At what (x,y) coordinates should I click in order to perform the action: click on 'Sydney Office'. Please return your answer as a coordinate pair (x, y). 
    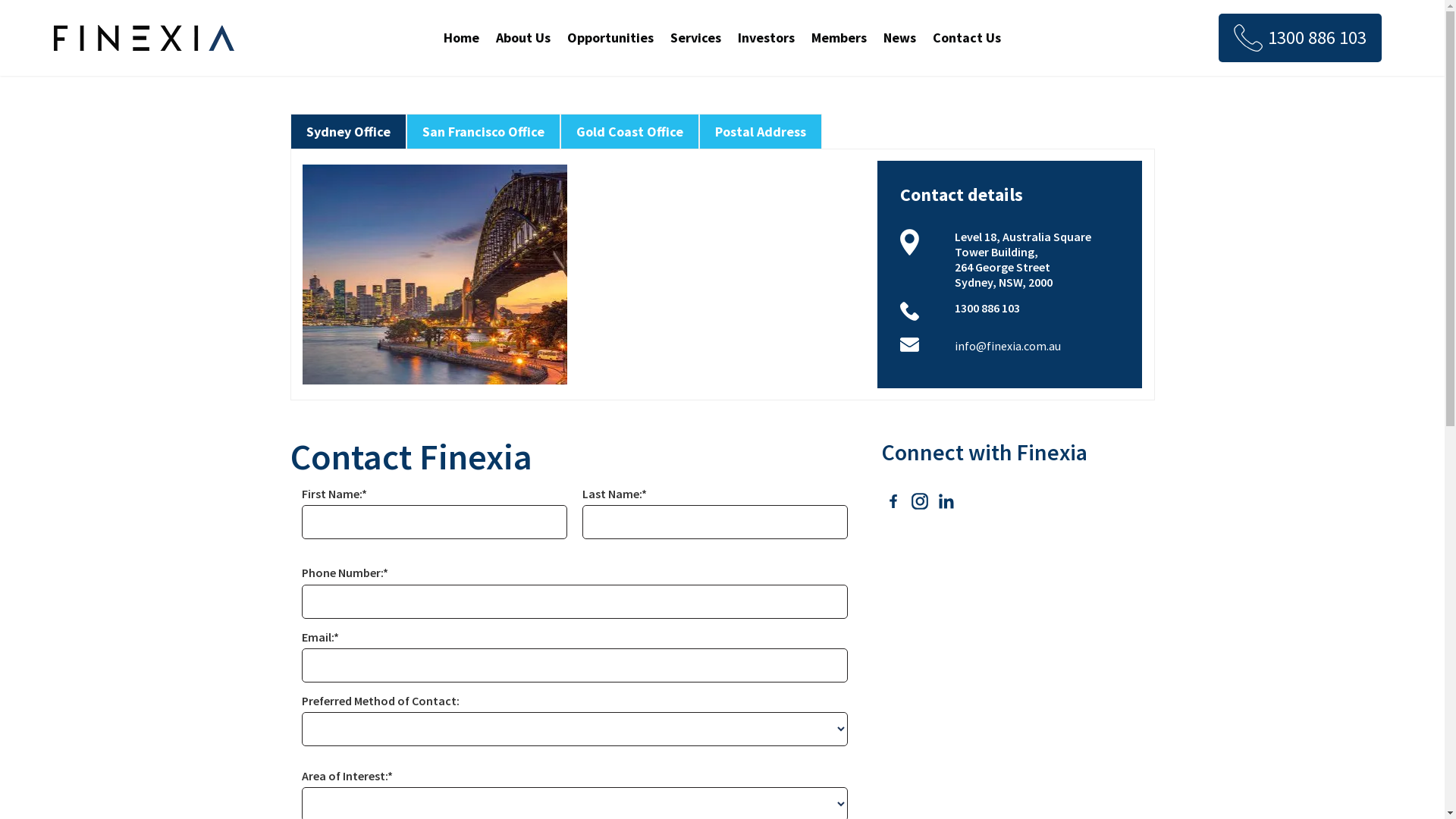
    Looking at the image, I should click on (347, 130).